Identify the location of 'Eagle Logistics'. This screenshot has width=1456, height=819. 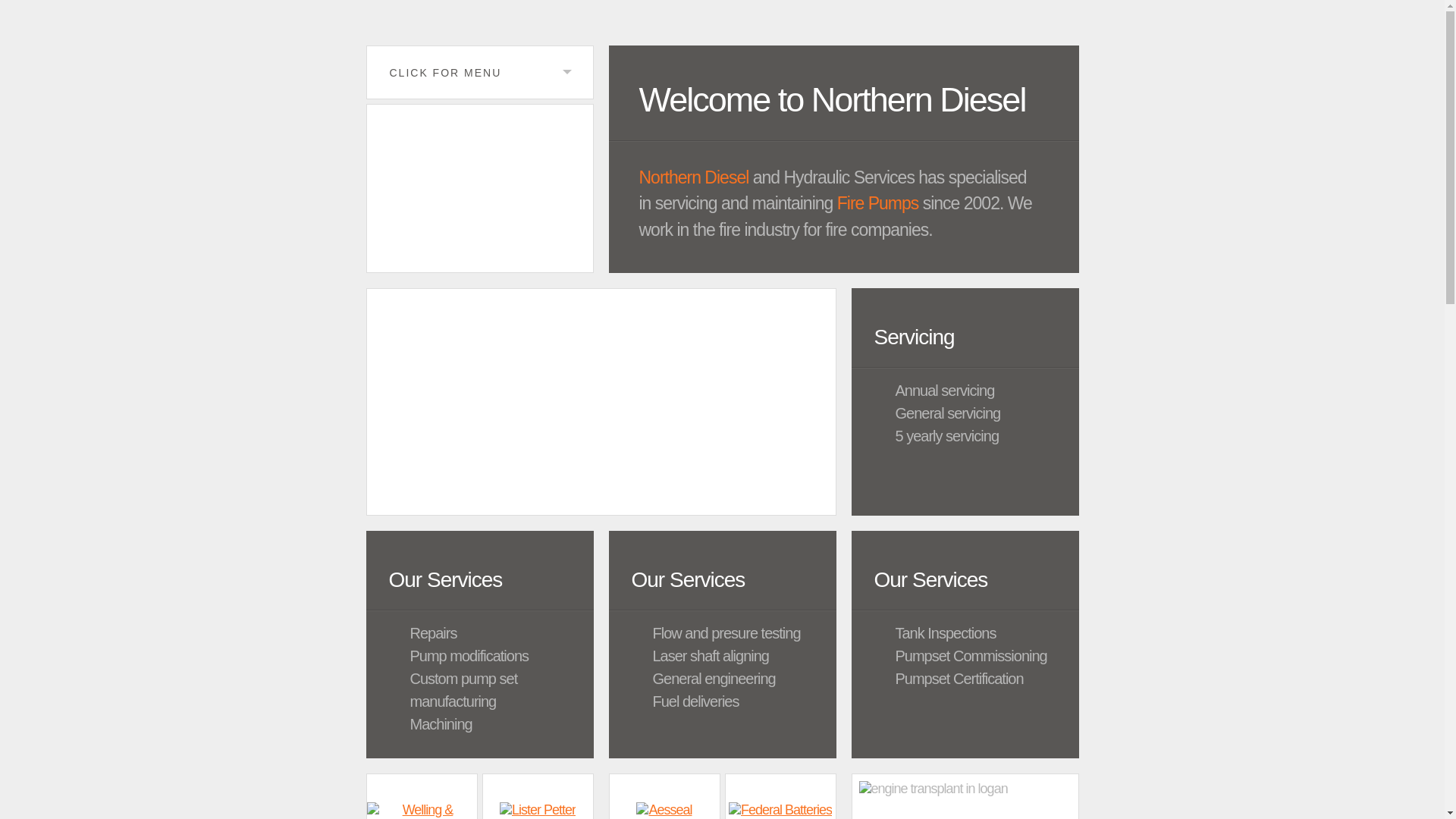
(479, 187).